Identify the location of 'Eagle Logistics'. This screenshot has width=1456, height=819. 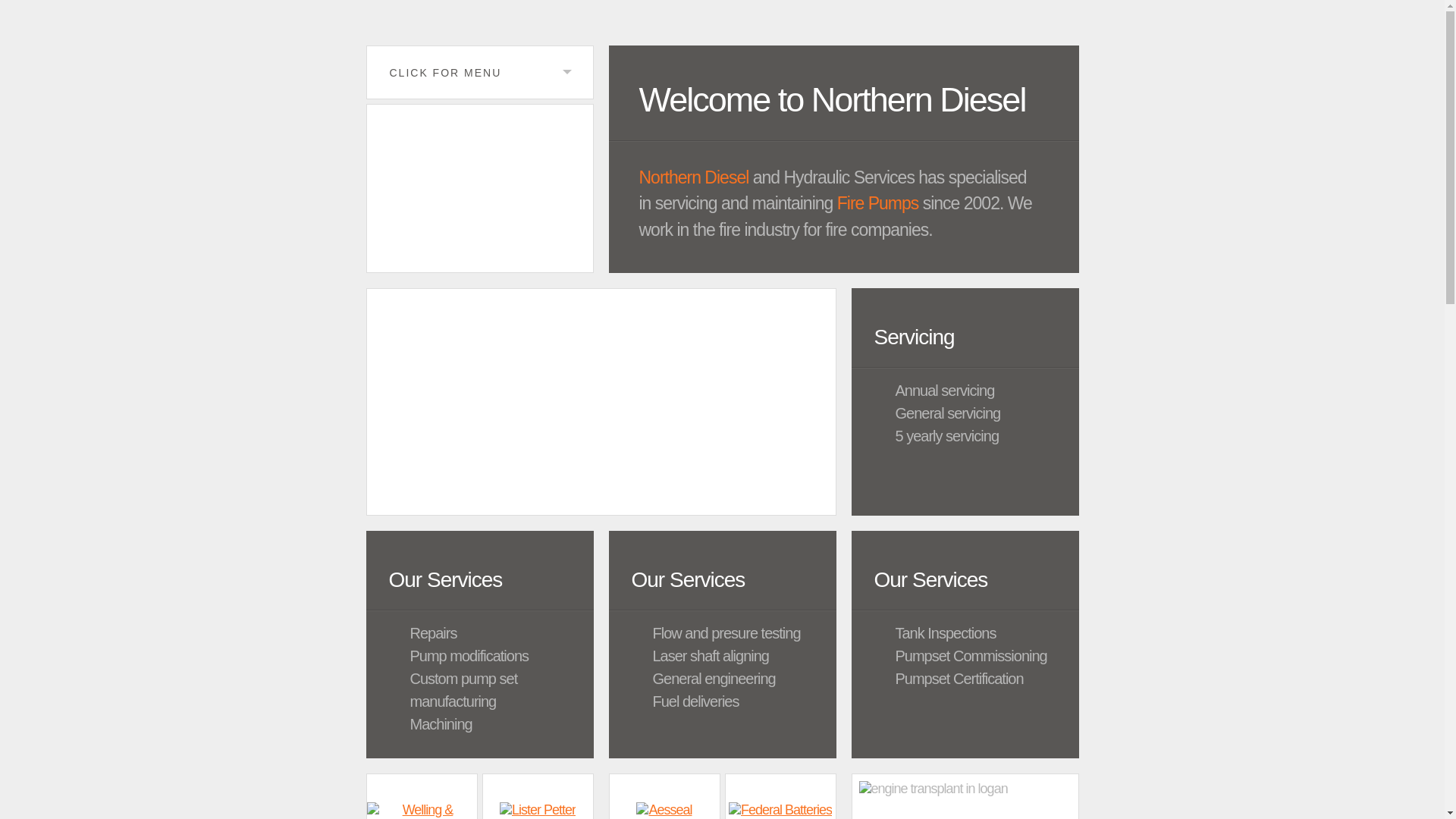
(479, 187).